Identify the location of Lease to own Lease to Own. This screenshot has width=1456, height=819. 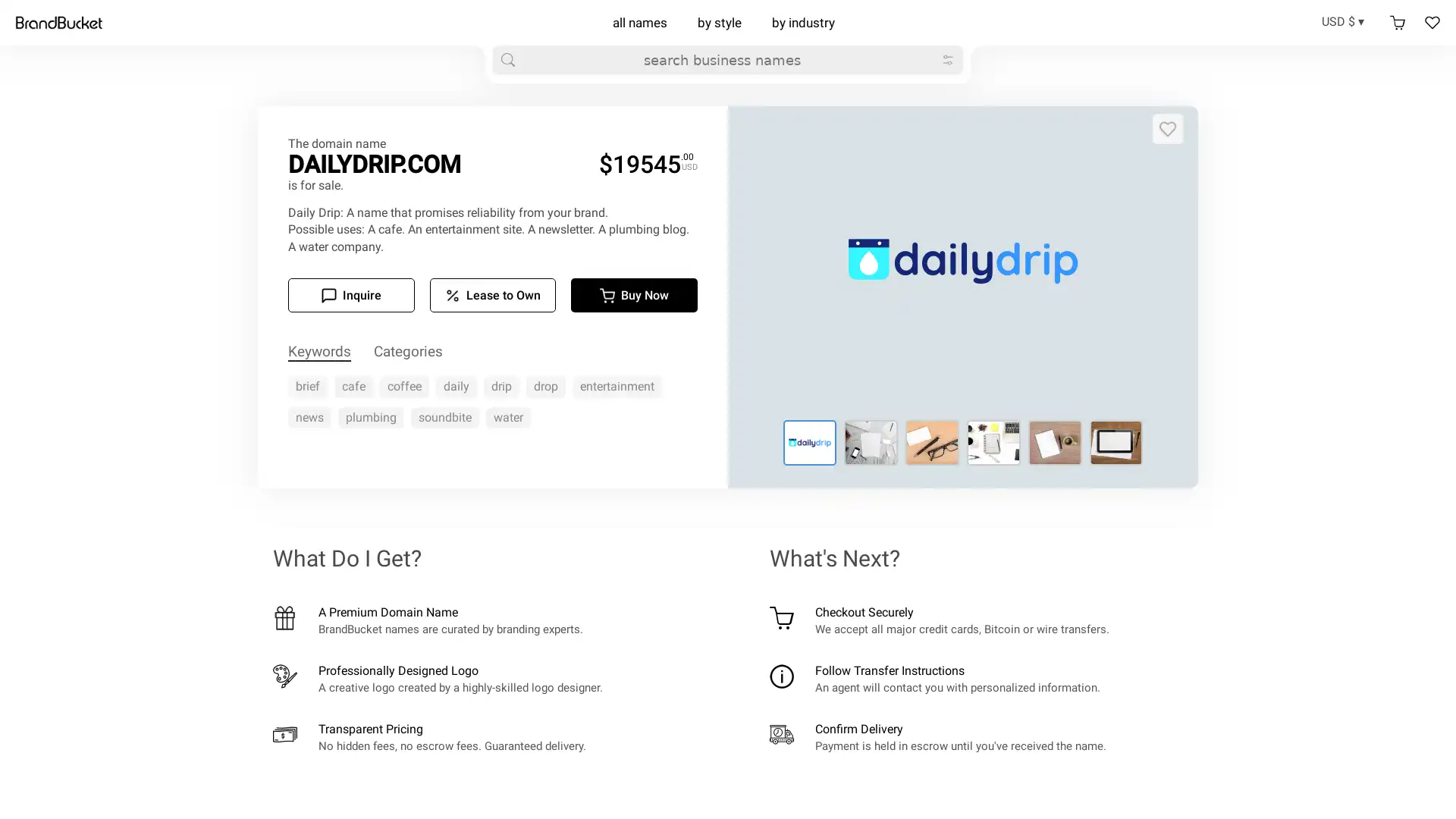
(492, 295).